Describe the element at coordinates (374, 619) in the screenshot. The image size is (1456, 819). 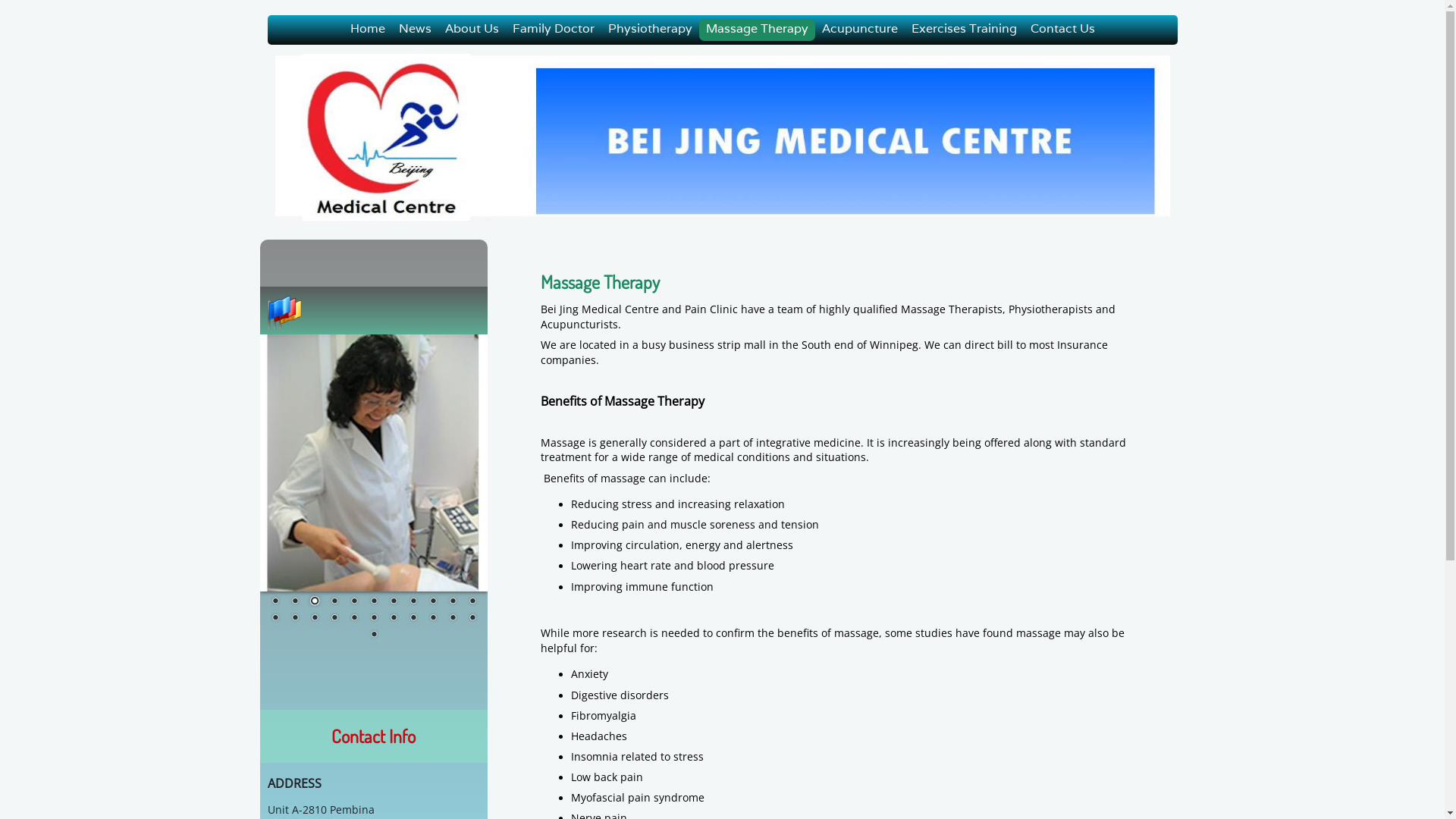
I see `'17'` at that location.